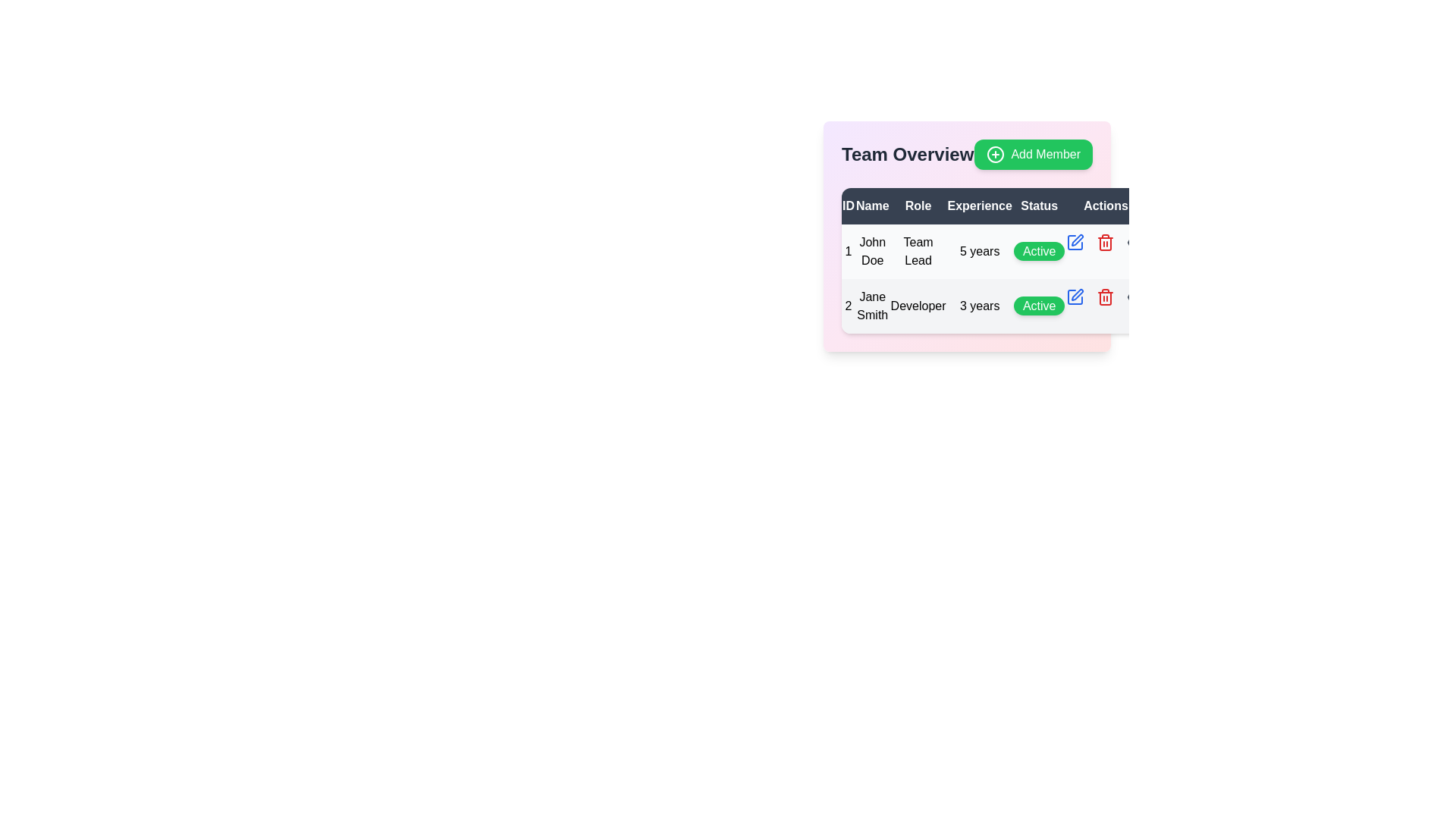 The width and height of the screenshot is (1456, 819). What do you see at coordinates (1038, 250) in the screenshot?
I see `the Status indicator button labeled 'Active' for John Doe, which is a green pill-shaped button with white text in the first row of the Status column` at bounding box center [1038, 250].